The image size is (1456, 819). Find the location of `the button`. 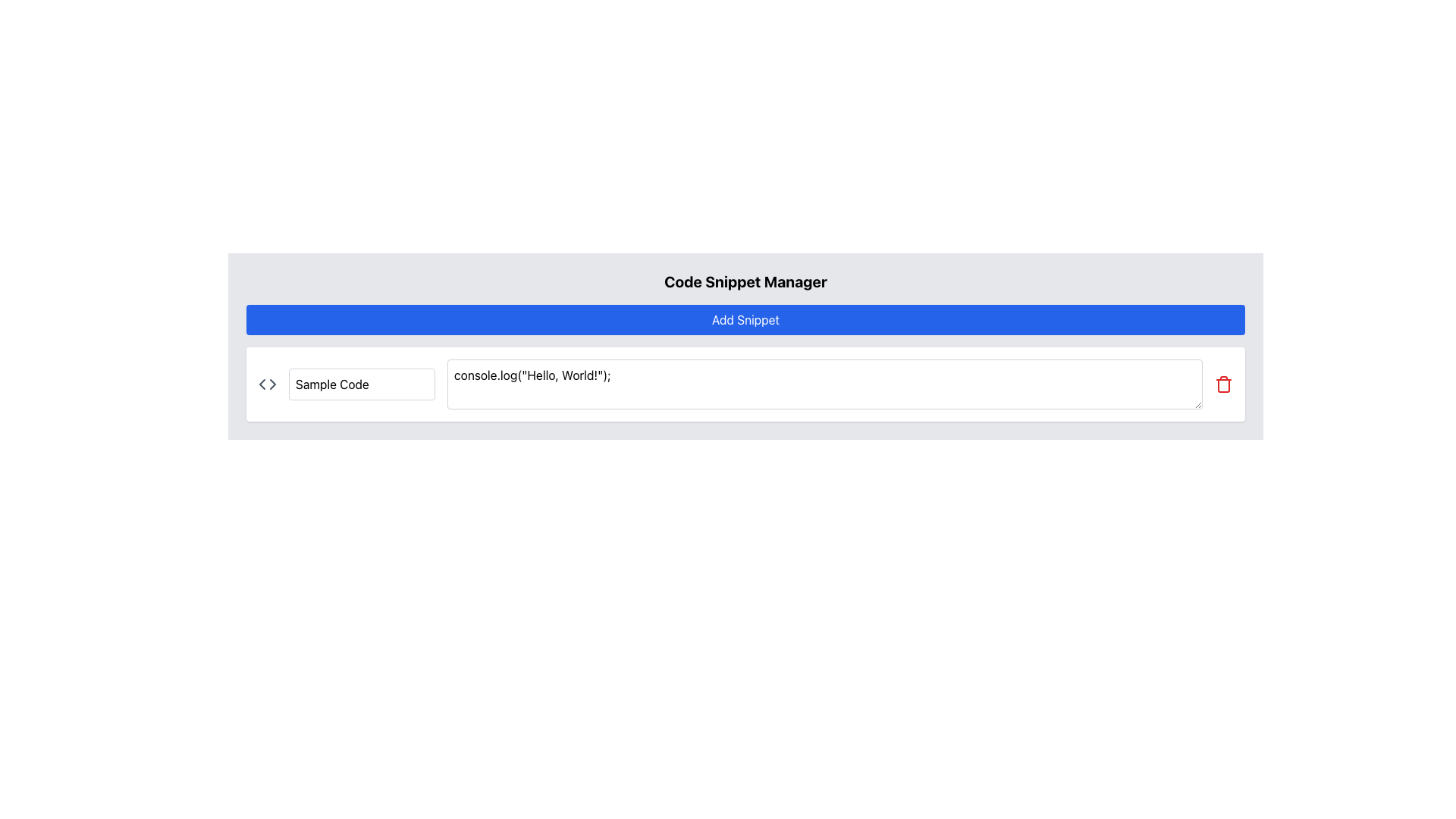

the button is located at coordinates (745, 318).